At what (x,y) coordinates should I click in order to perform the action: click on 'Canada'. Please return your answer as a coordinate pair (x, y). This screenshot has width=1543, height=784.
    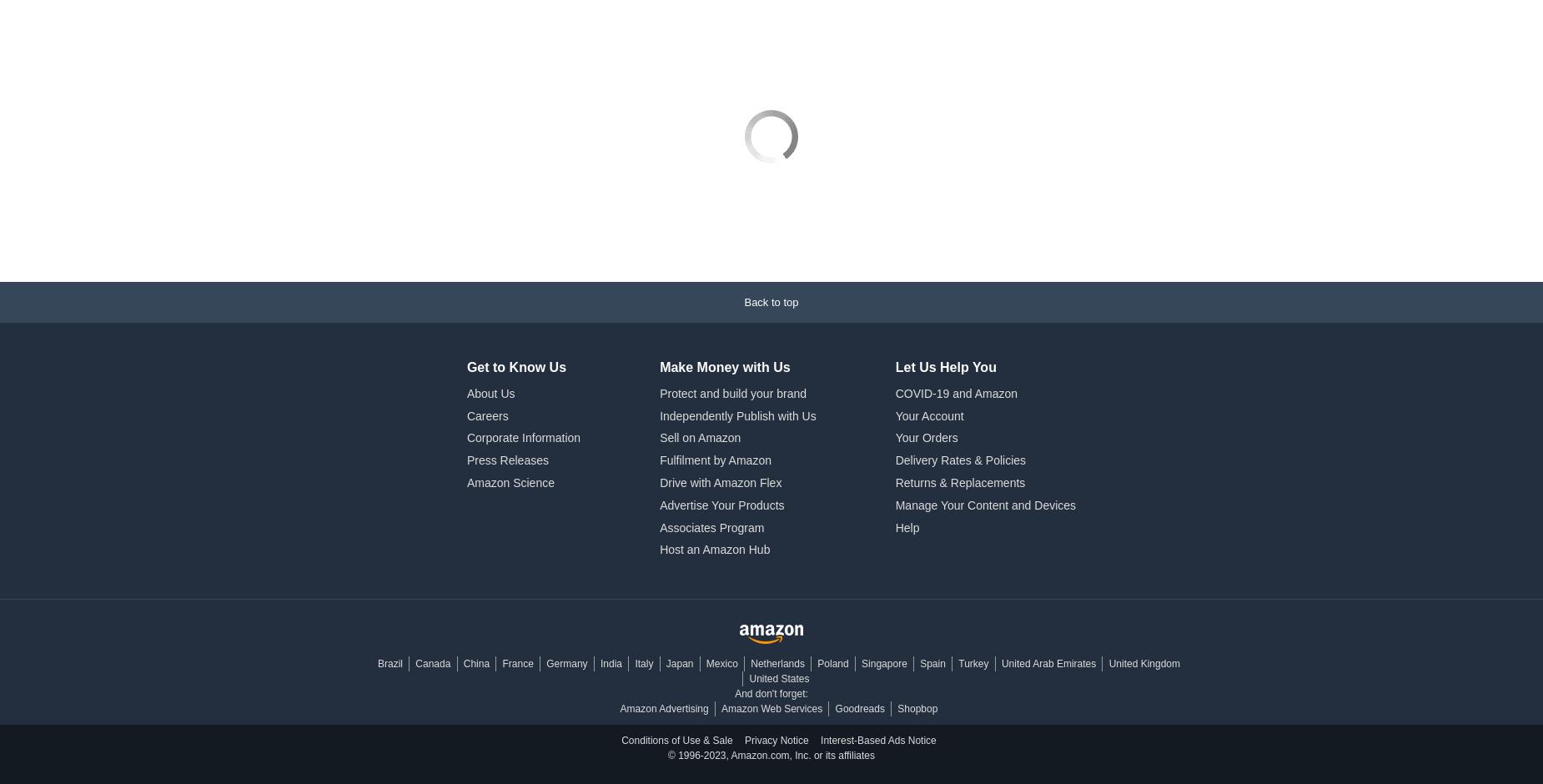
    Looking at the image, I should click on (432, 570).